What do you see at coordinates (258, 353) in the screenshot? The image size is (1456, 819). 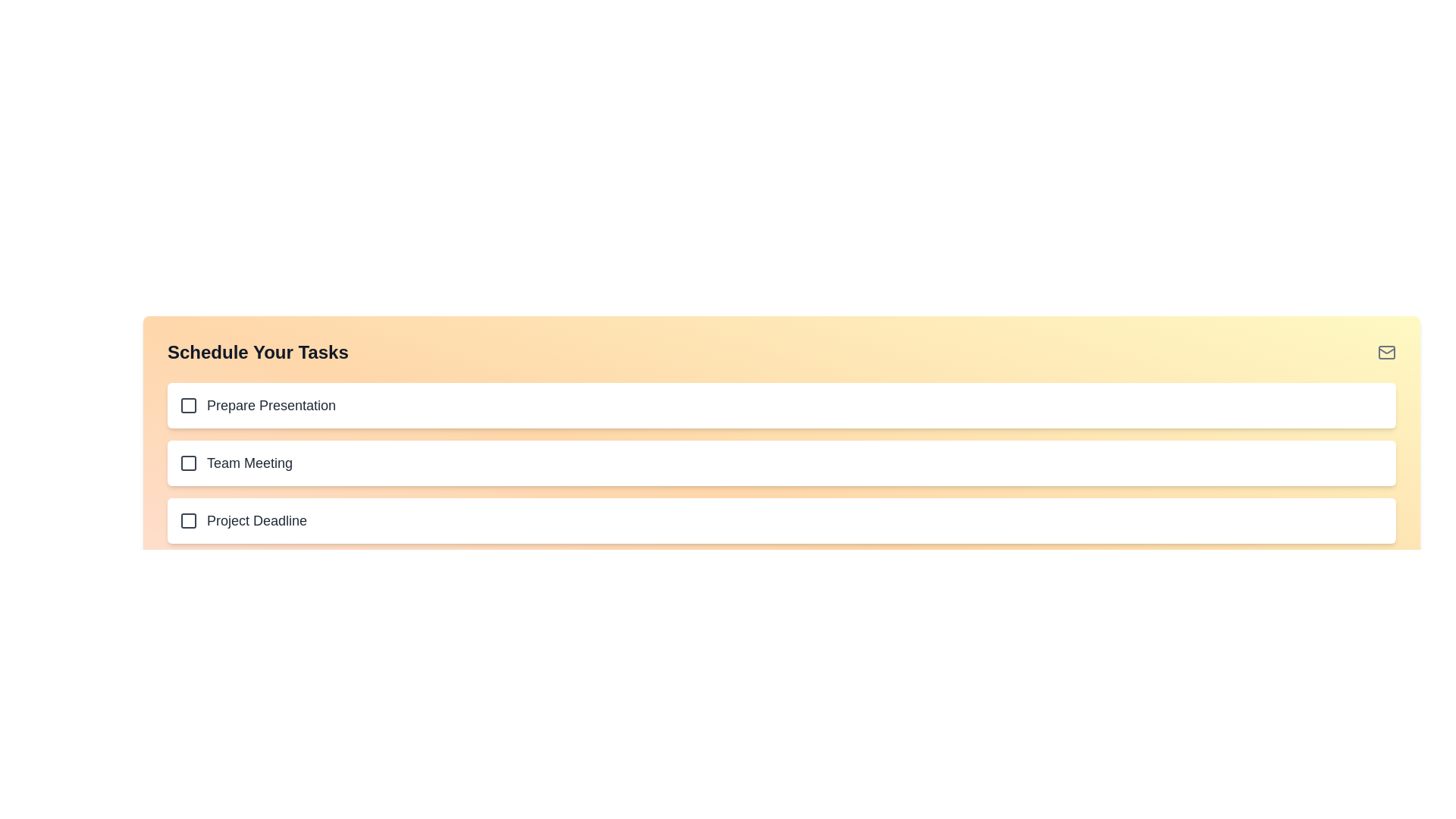 I see `text element displaying 'Schedule Your Tasks' which is positioned at the top-left corner of the interface` at bounding box center [258, 353].